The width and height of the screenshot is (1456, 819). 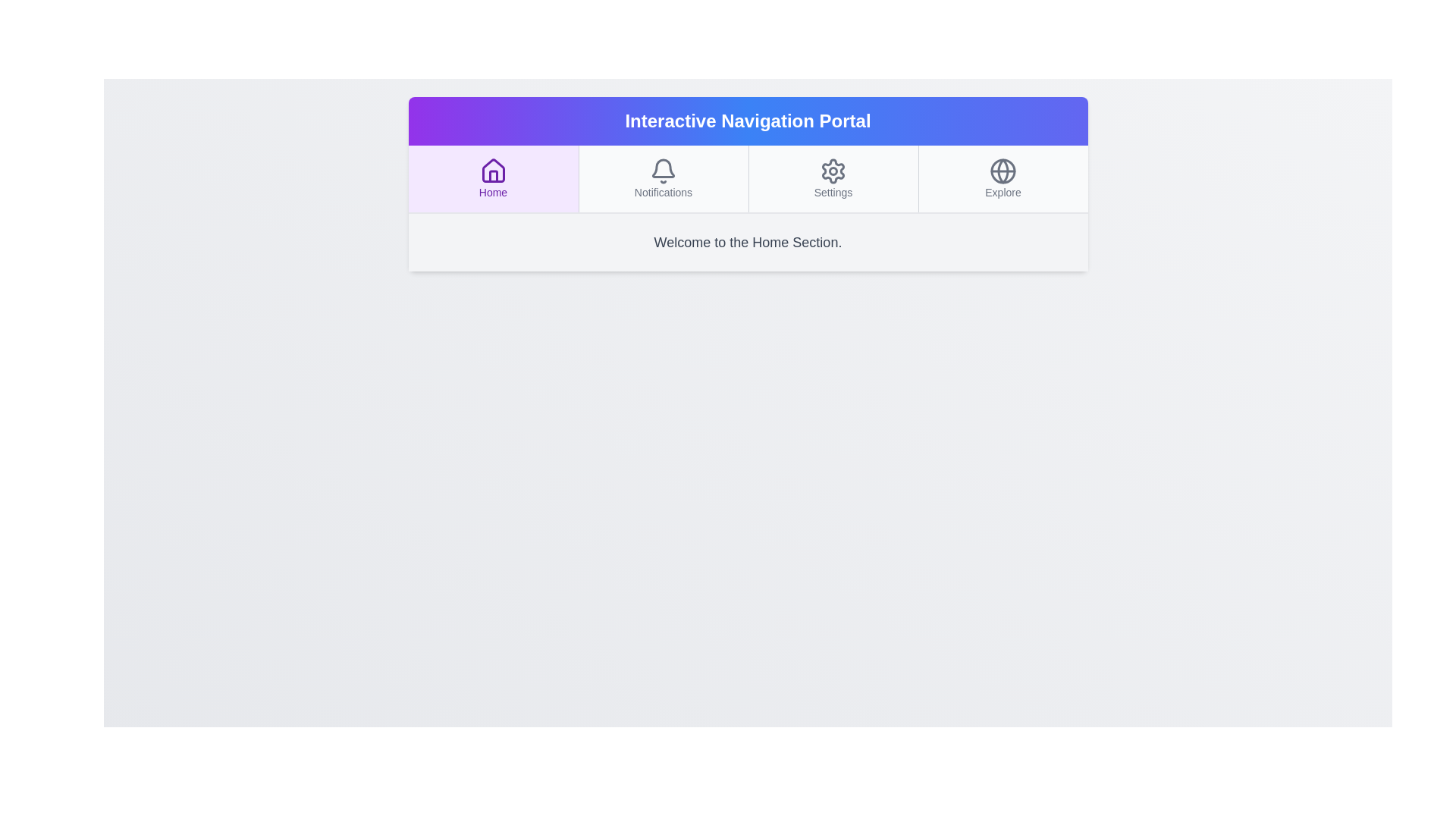 What do you see at coordinates (663, 177) in the screenshot?
I see `the second item in the horizontal navigation bar` at bounding box center [663, 177].